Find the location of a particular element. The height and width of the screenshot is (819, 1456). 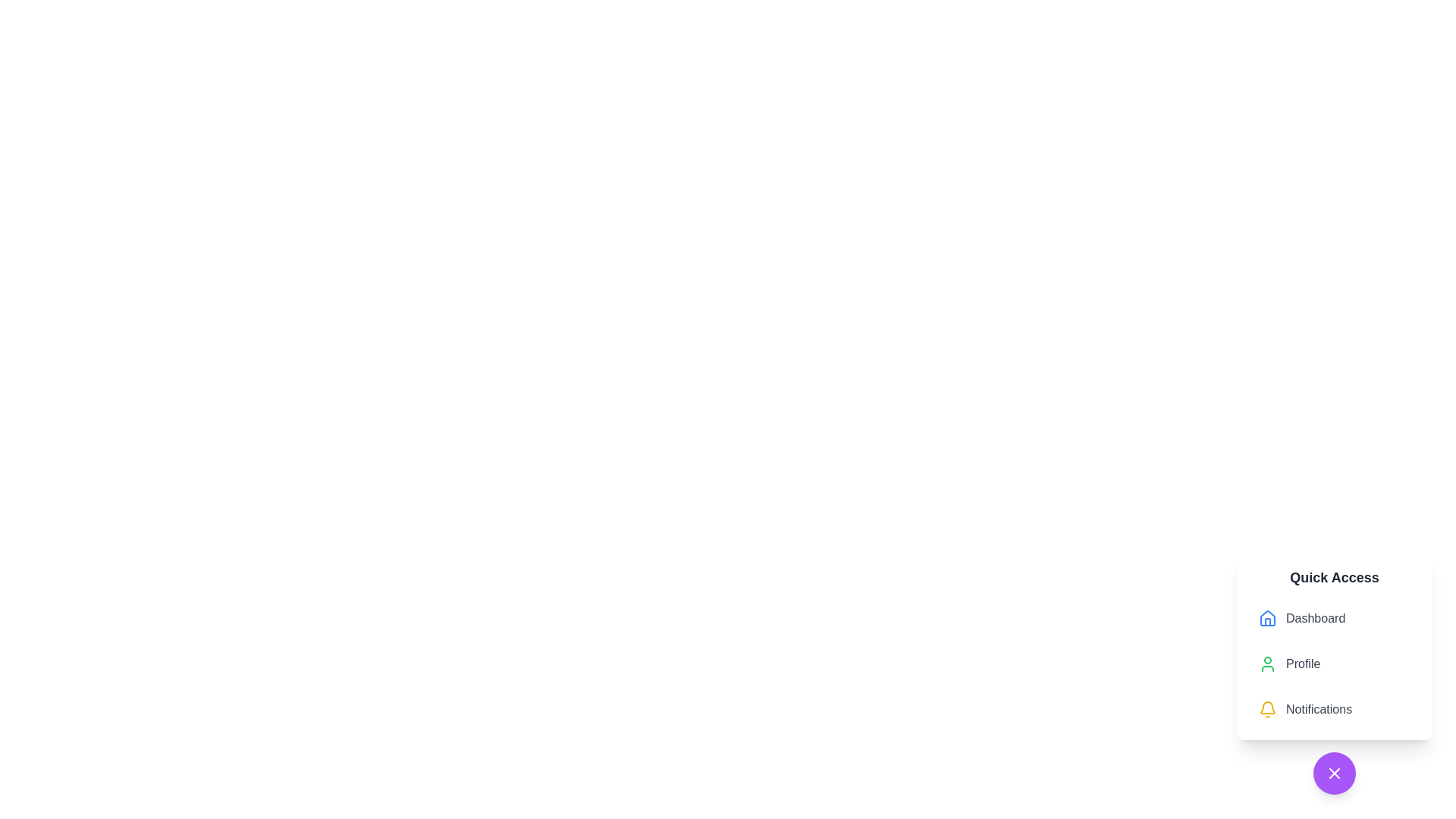

the bell icon located in the third item of the vertical list under the 'Quick Access' section is located at coordinates (1267, 710).